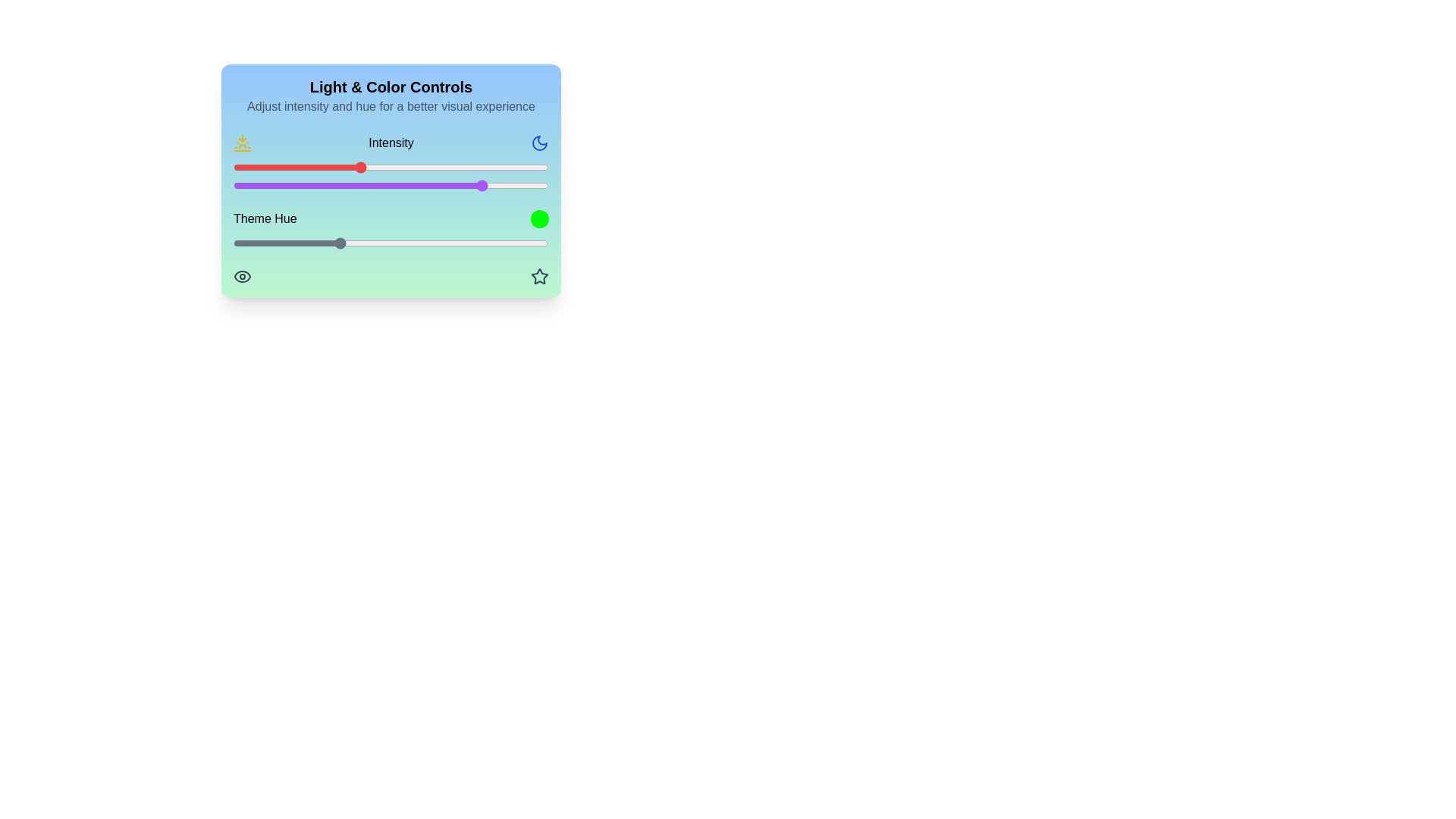 The image size is (1456, 819). What do you see at coordinates (391, 185) in the screenshot?
I see `the range slider located in the lower part of the 'Intensity' section` at bounding box center [391, 185].